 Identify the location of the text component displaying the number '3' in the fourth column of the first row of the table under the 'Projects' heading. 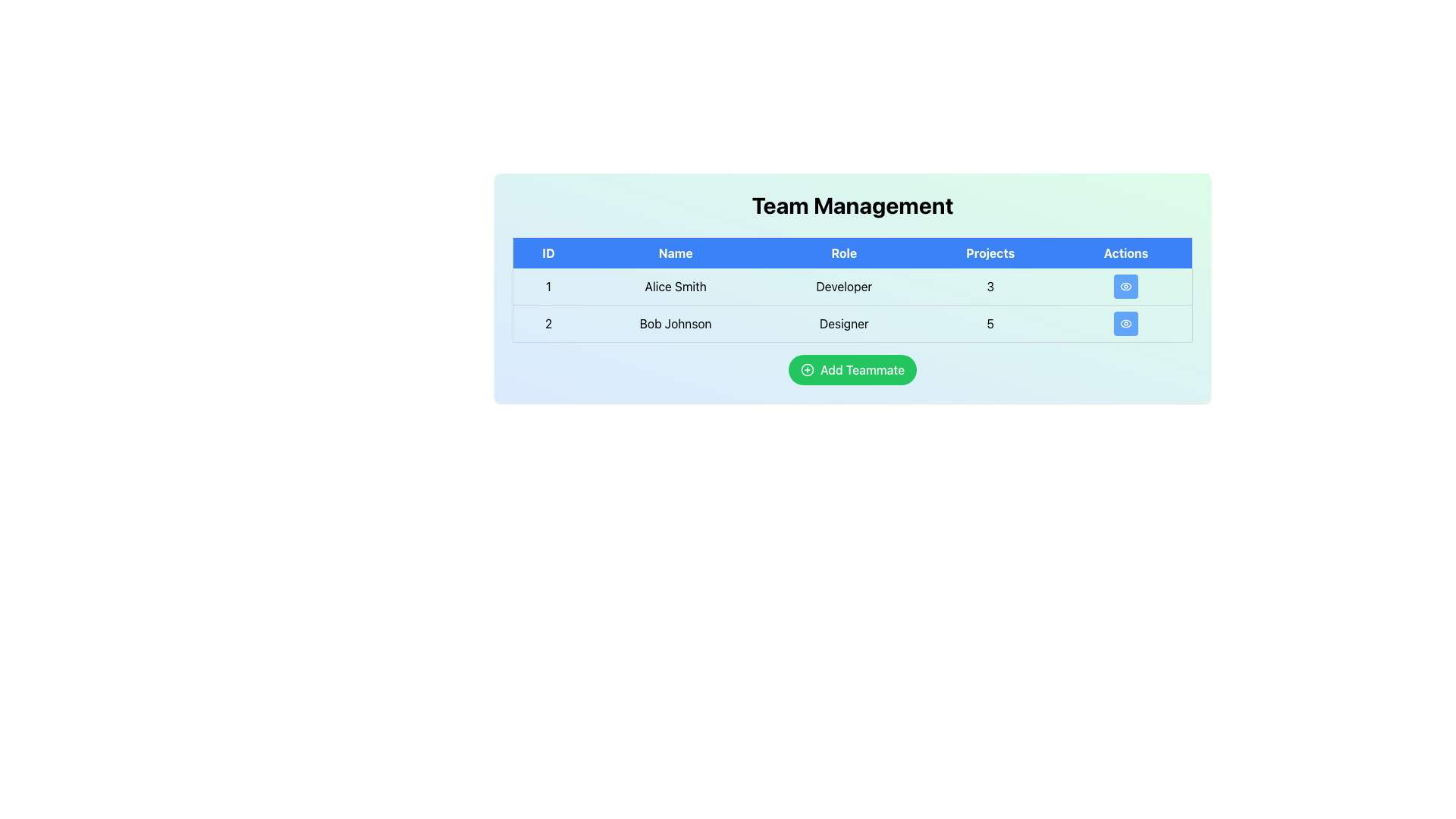
(990, 287).